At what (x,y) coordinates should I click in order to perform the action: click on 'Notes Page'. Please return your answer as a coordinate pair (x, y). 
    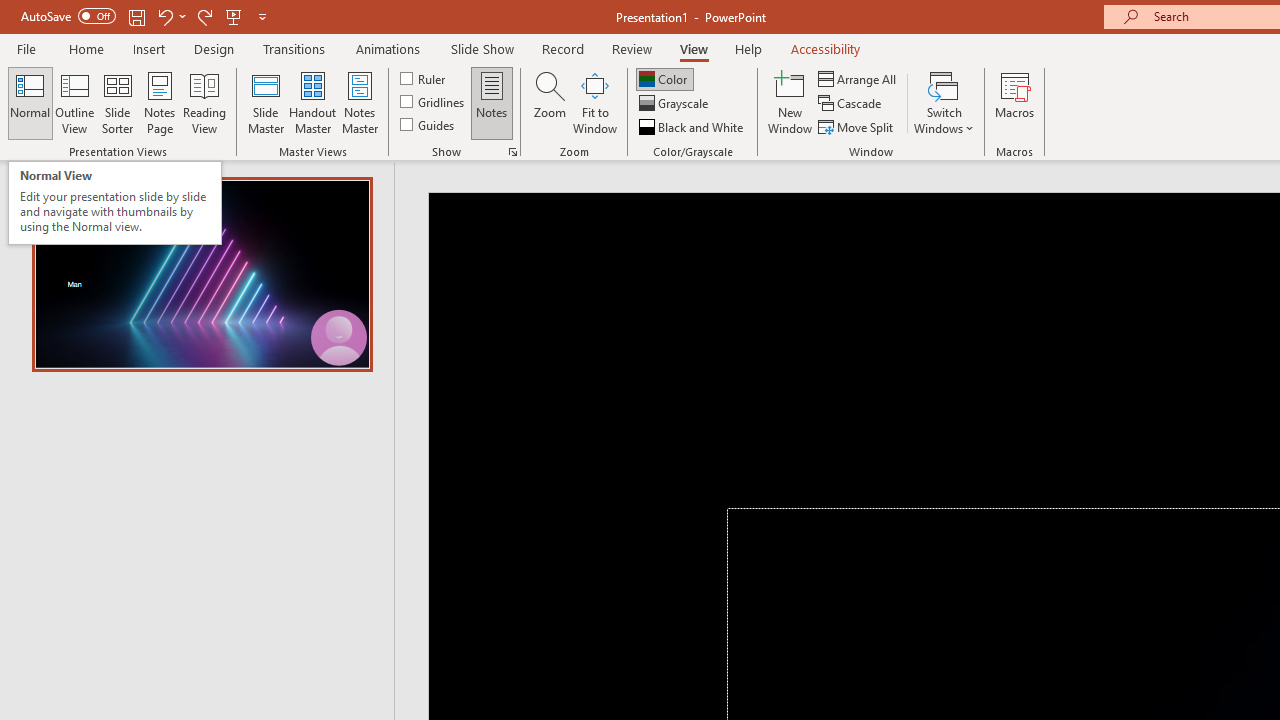
    Looking at the image, I should click on (160, 103).